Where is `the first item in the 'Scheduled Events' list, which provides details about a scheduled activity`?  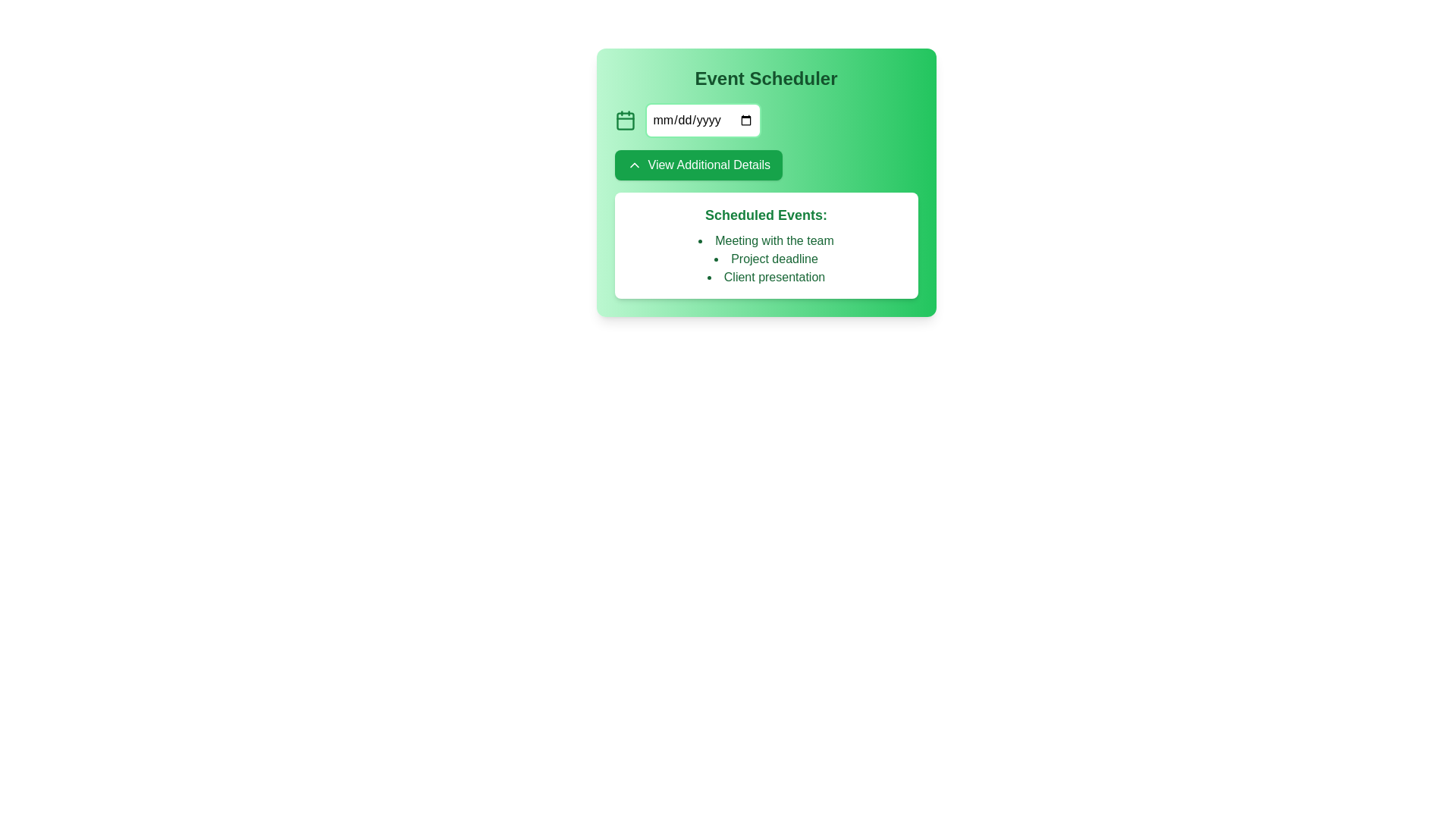 the first item in the 'Scheduled Events' list, which provides details about a scheduled activity is located at coordinates (766, 240).